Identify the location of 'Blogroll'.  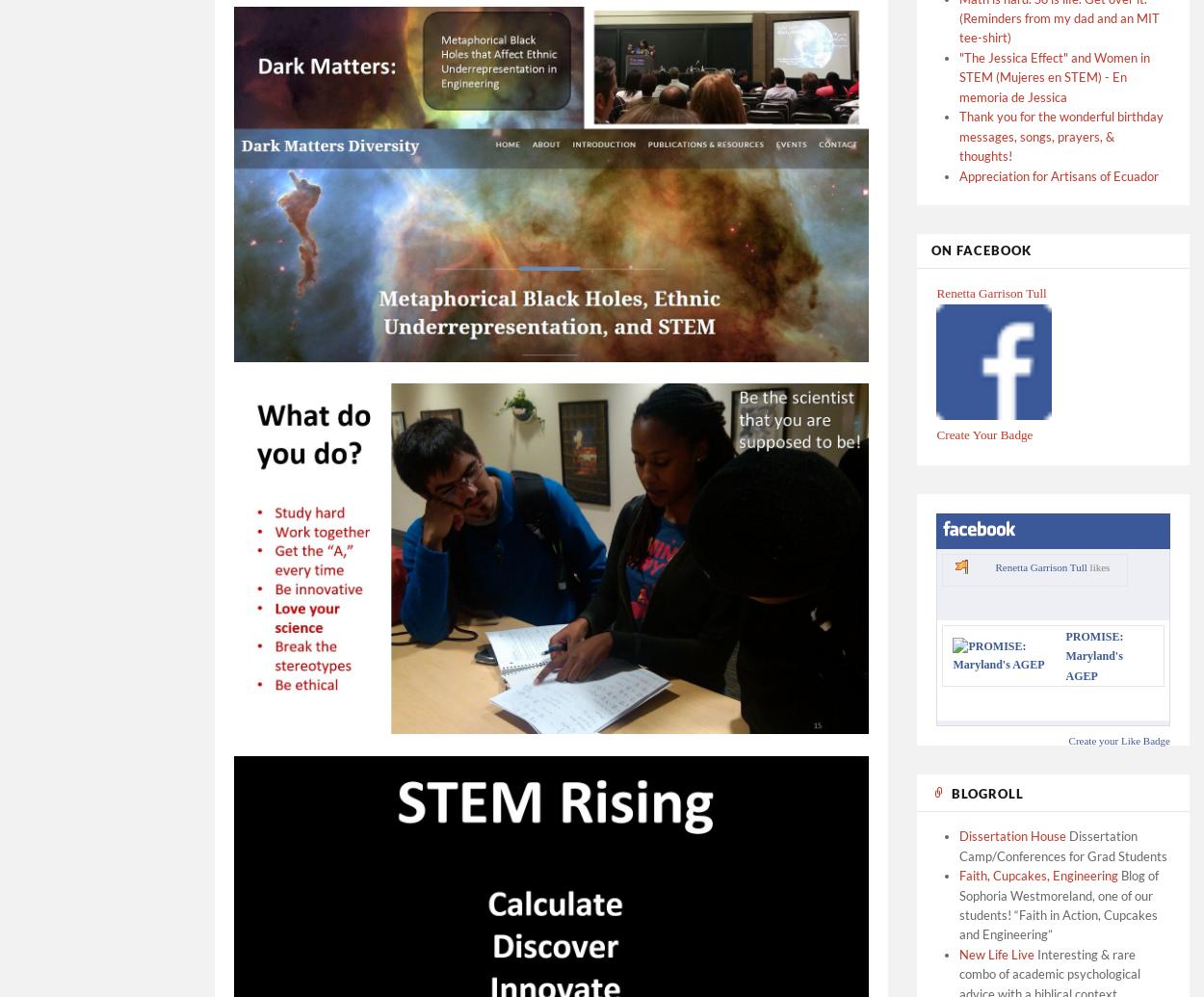
(951, 792).